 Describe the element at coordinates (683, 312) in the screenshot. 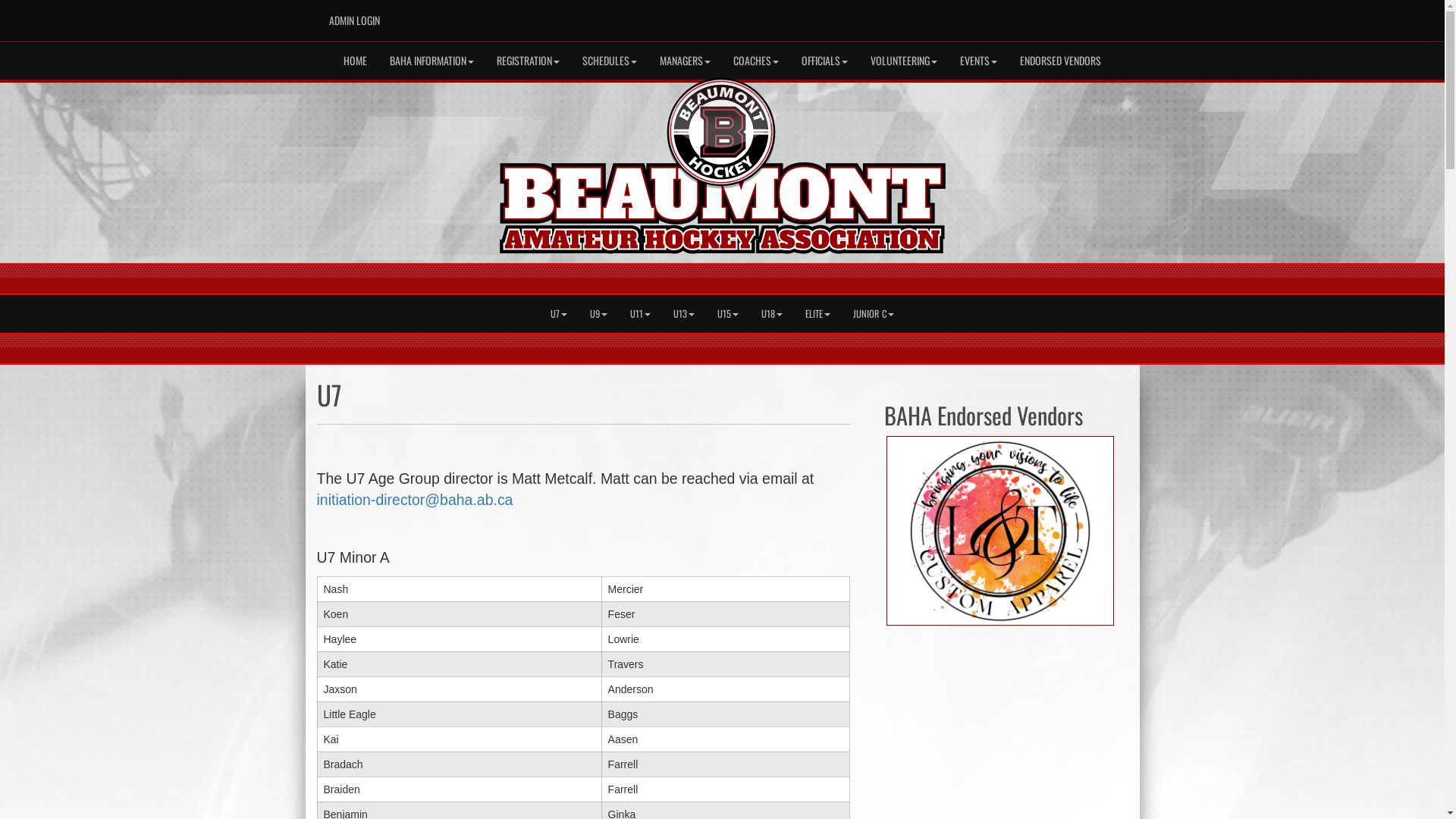

I see `'U13'` at that location.